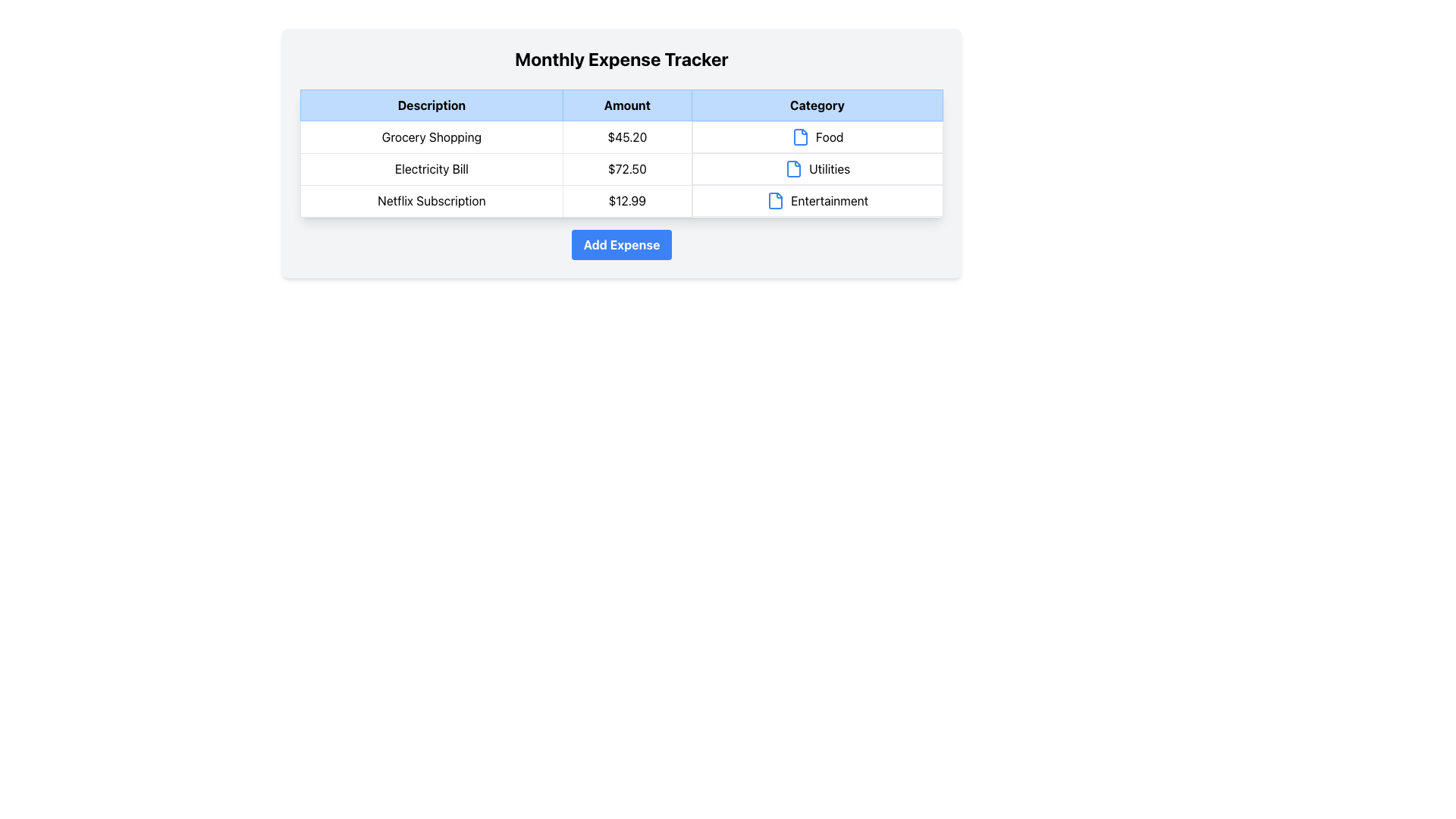  What do you see at coordinates (799, 137) in the screenshot?
I see `the 'Food' category icon located in the first row of the table, to the left of the text 'Food'` at bounding box center [799, 137].